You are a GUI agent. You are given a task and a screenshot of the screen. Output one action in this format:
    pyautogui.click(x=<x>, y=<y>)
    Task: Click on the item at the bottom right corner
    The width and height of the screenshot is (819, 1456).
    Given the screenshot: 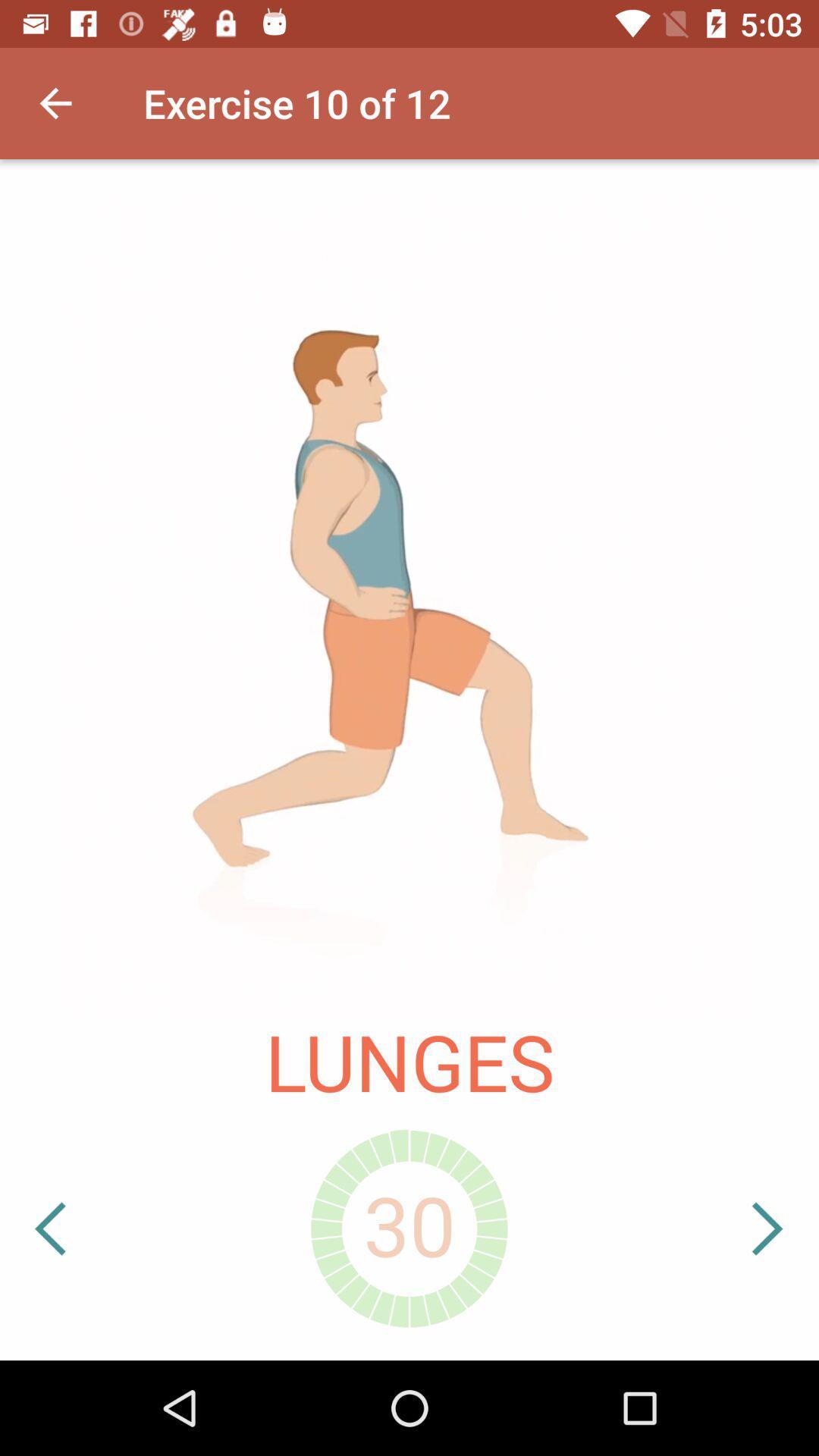 What is the action you would take?
    pyautogui.click(x=720, y=1228)
    